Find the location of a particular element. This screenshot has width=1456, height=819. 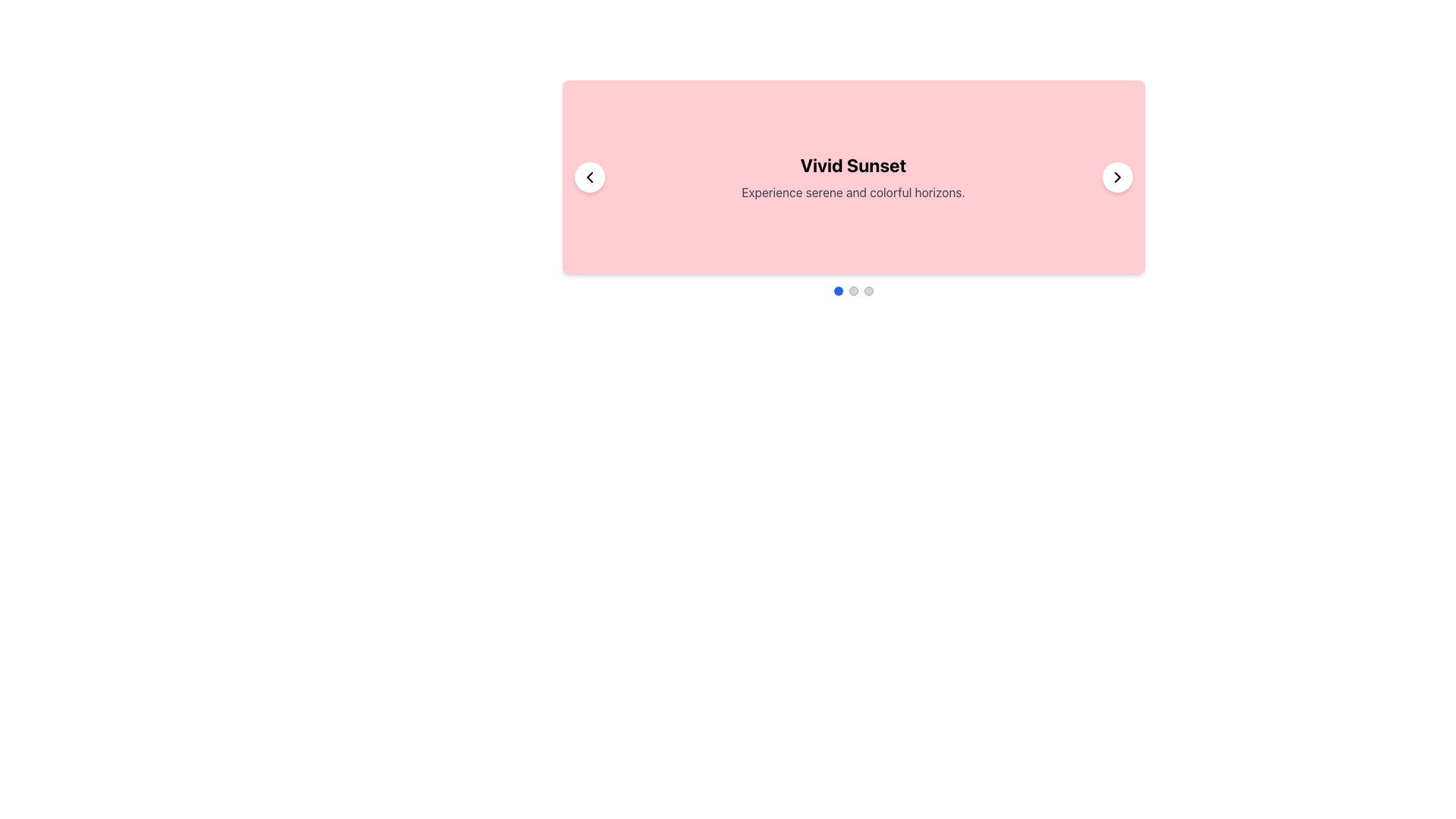

the left-facing chevron icon within the white circular button is located at coordinates (588, 177).